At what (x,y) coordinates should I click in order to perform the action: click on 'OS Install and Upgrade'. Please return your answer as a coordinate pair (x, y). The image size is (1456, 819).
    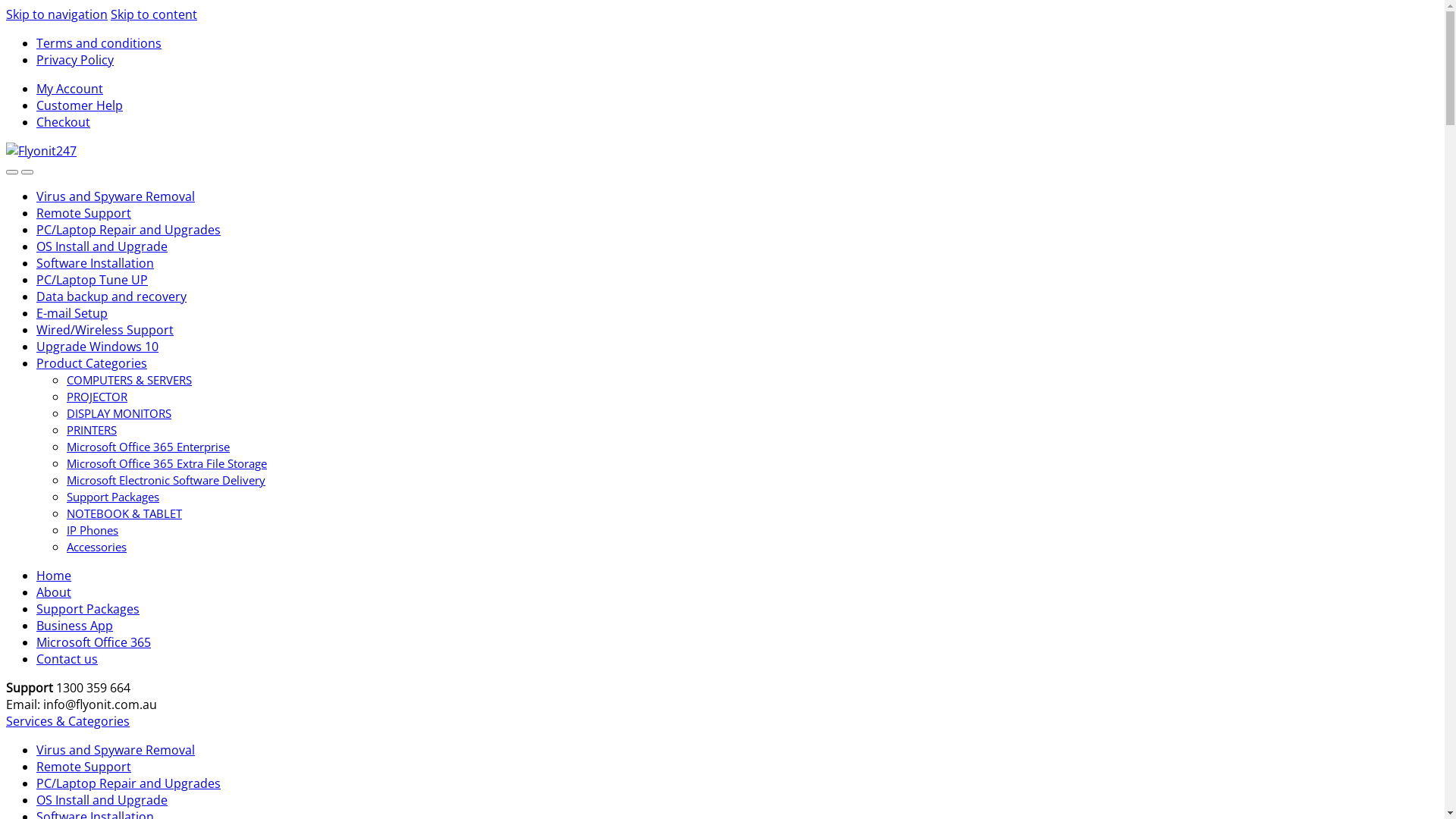
    Looking at the image, I should click on (101, 799).